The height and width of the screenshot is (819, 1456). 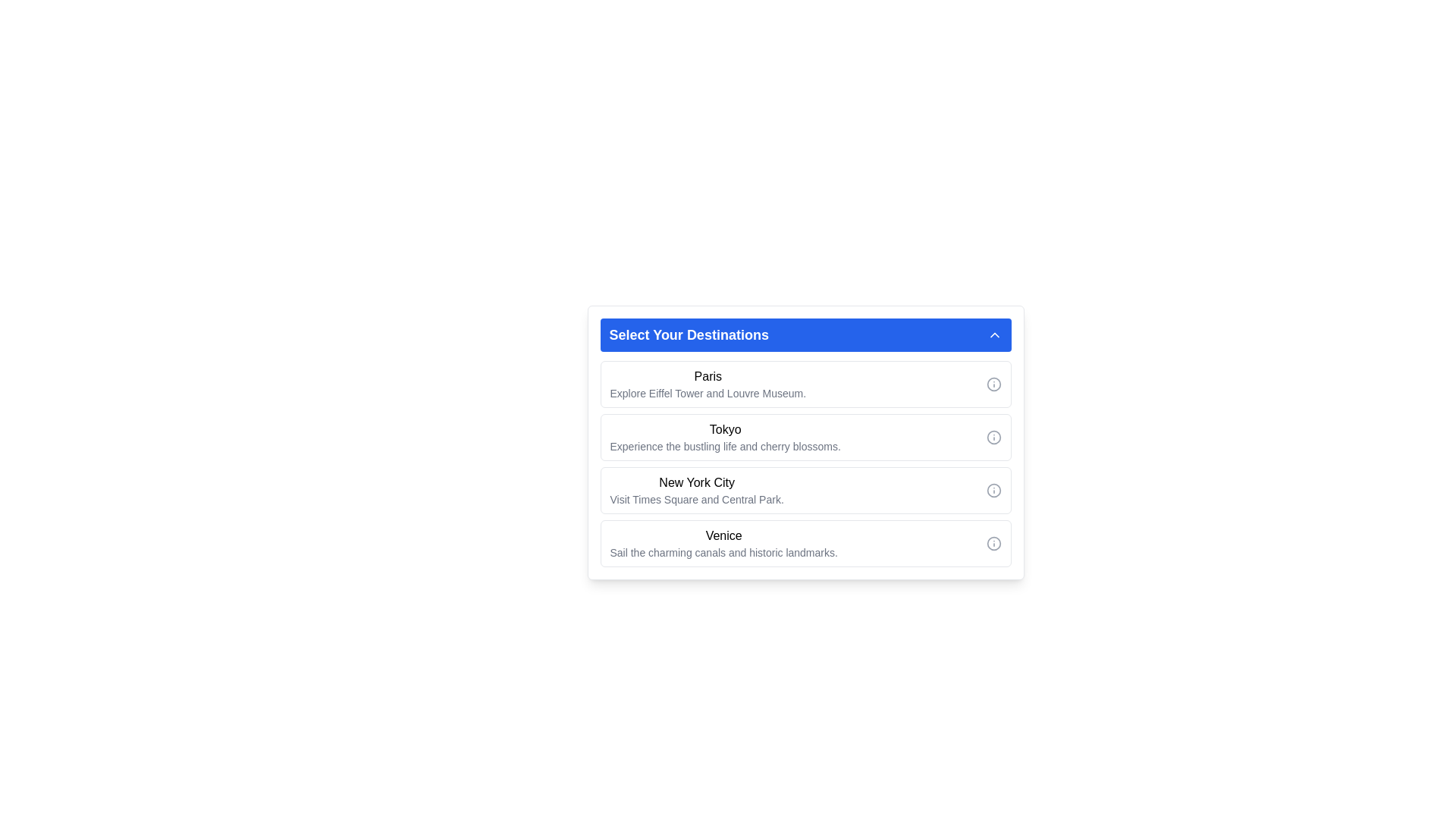 What do you see at coordinates (724, 438) in the screenshot?
I see `the Text block describing 'Tokyo', which is the second entry in the 'Select Your Destinations' menu, positioned below 'Paris' and above 'New York City'` at bounding box center [724, 438].